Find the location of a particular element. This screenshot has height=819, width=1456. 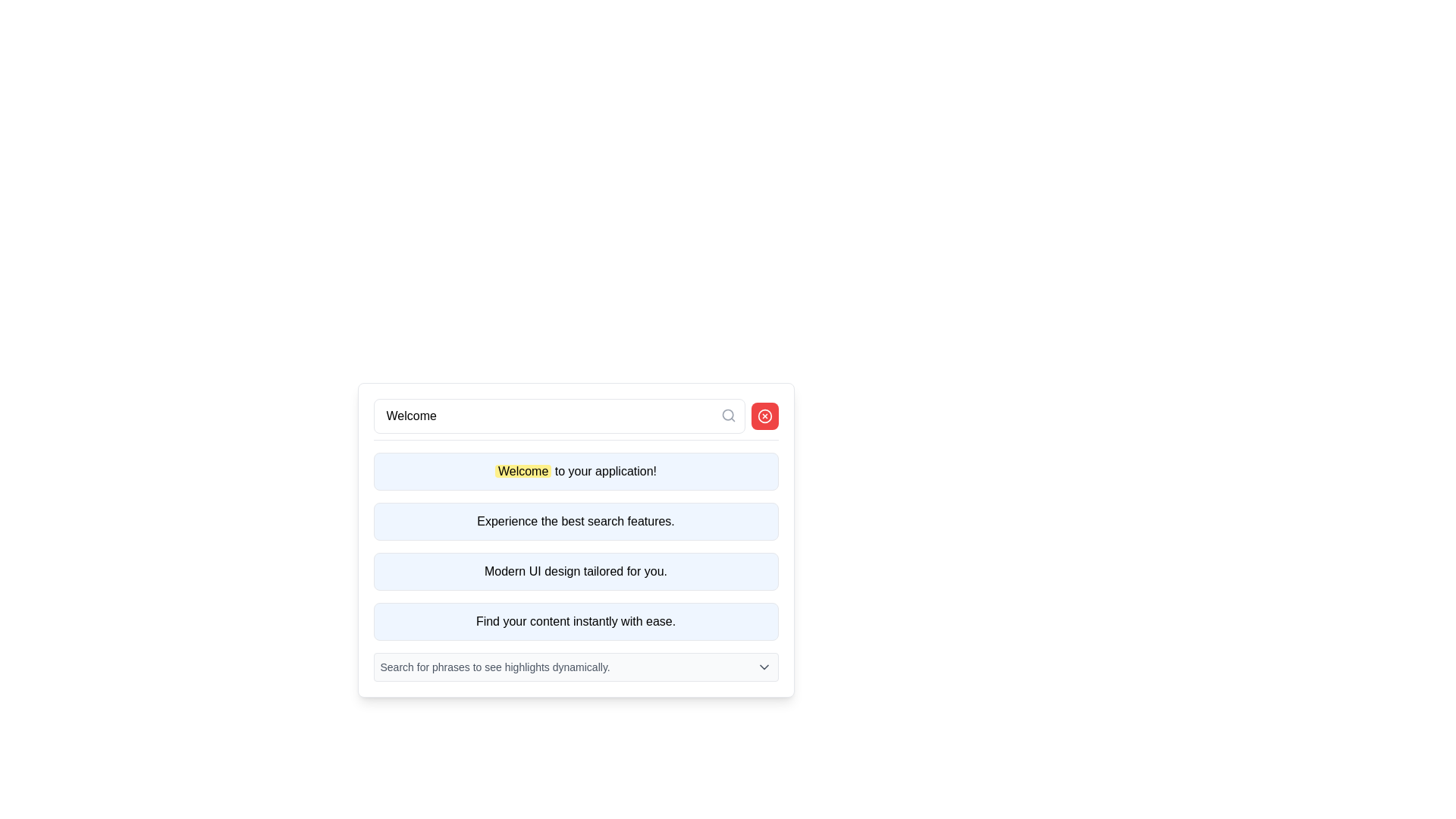

the 'Welcome' text label which has a yellow background and is located centered in the second line below the search input is located at coordinates (523, 470).